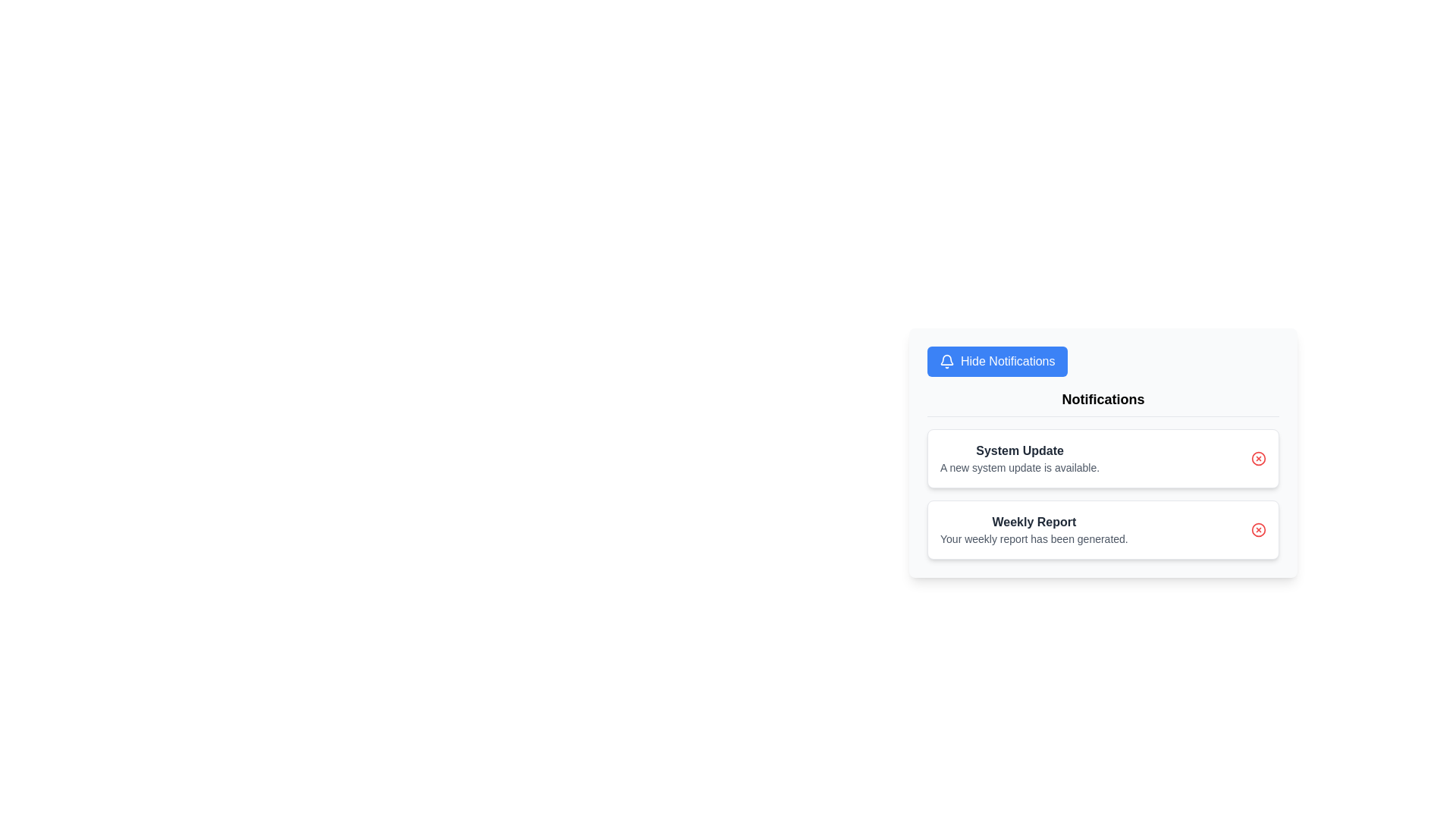 This screenshot has height=819, width=1456. Describe the element at coordinates (1259, 529) in the screenshot. I see `the close button of the 'Weekly Report' notification, which is located at the far right of the notification list under the 'Notifications' section` at that location.